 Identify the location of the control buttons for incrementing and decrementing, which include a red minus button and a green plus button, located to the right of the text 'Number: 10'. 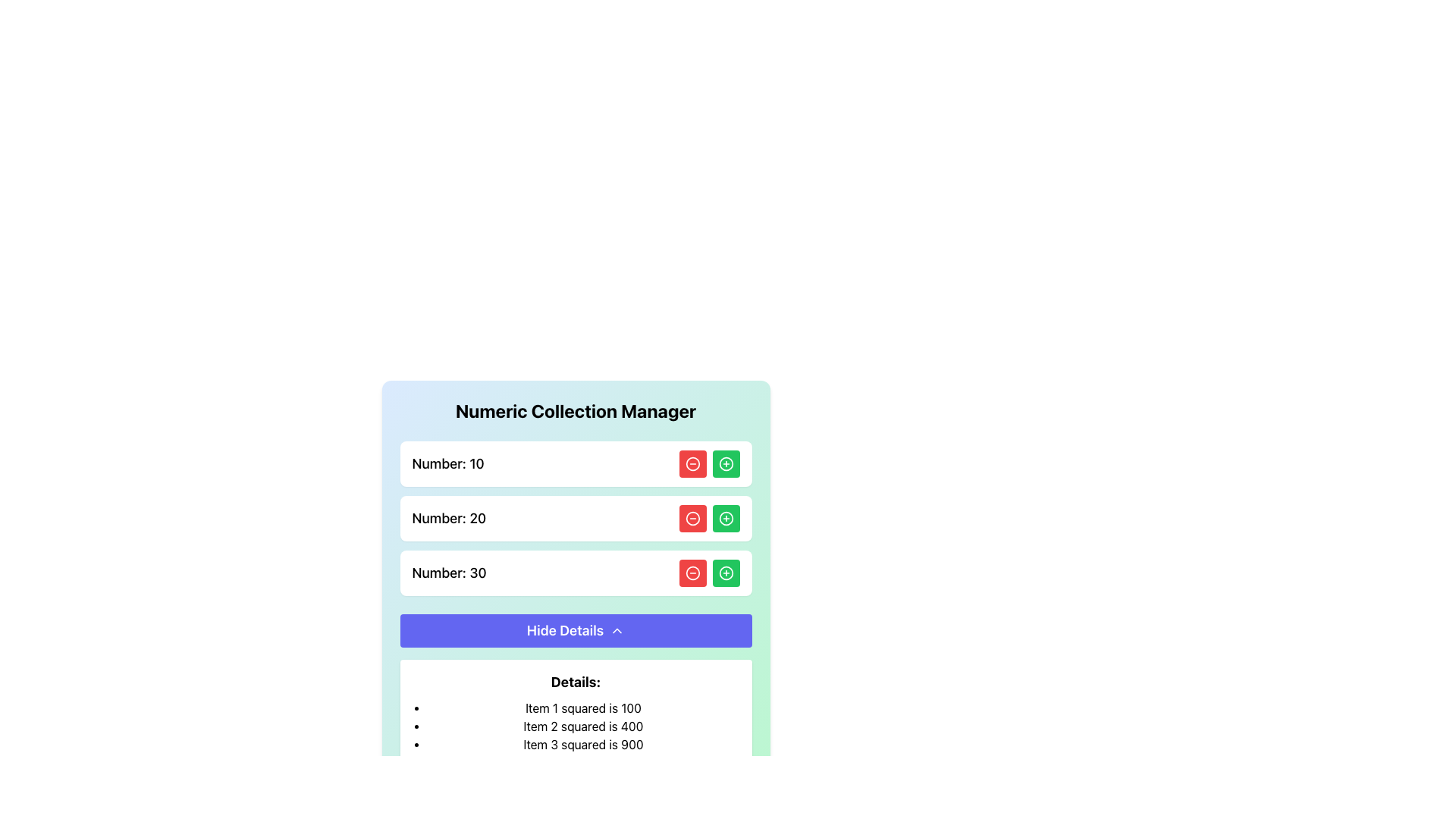
(708, 463).